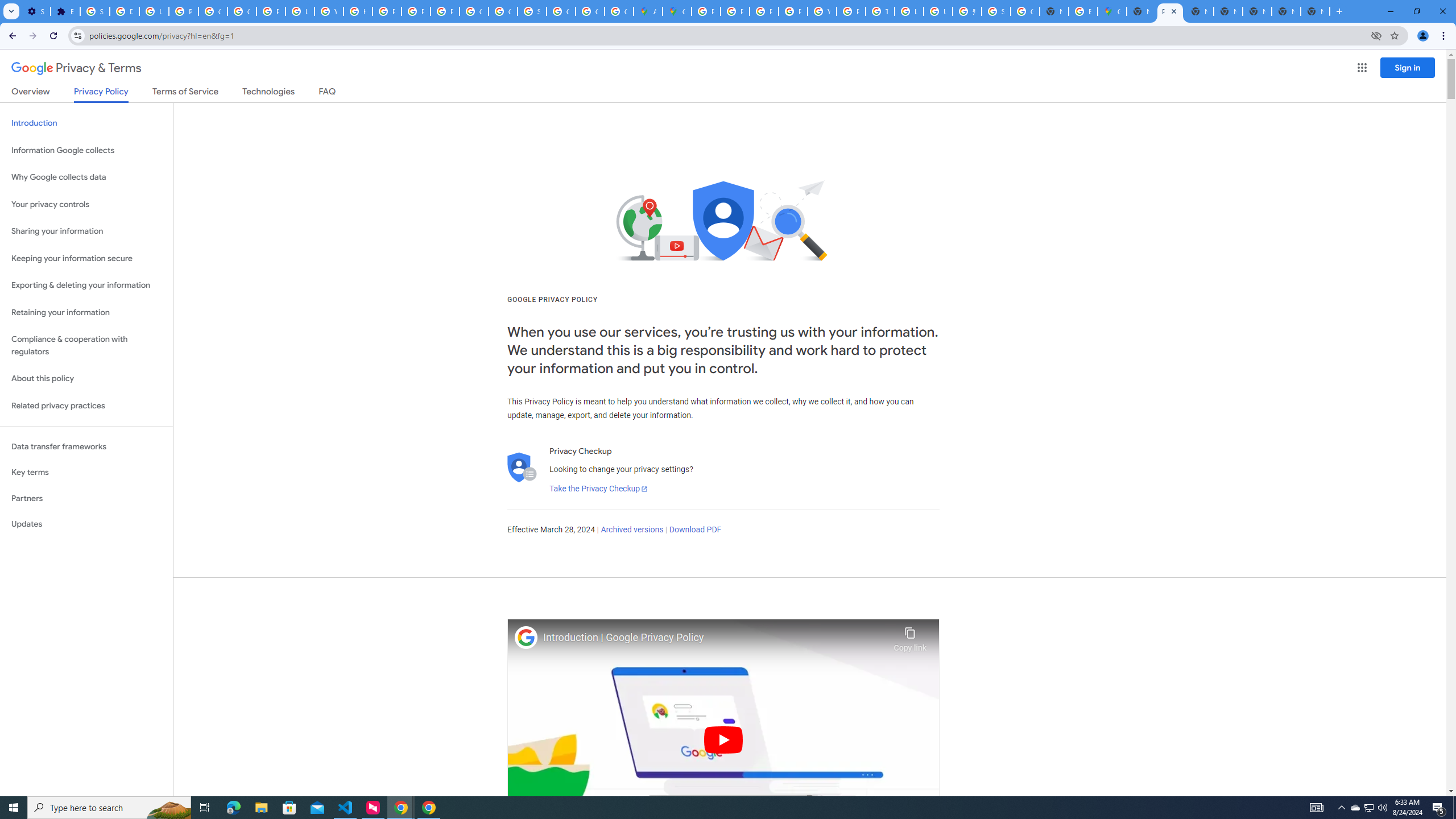 The image size is (1456, 819). What do you see at coordinates (723, 739) in the screenshot?
I see `'Play'` at bounding box center [723, 739].